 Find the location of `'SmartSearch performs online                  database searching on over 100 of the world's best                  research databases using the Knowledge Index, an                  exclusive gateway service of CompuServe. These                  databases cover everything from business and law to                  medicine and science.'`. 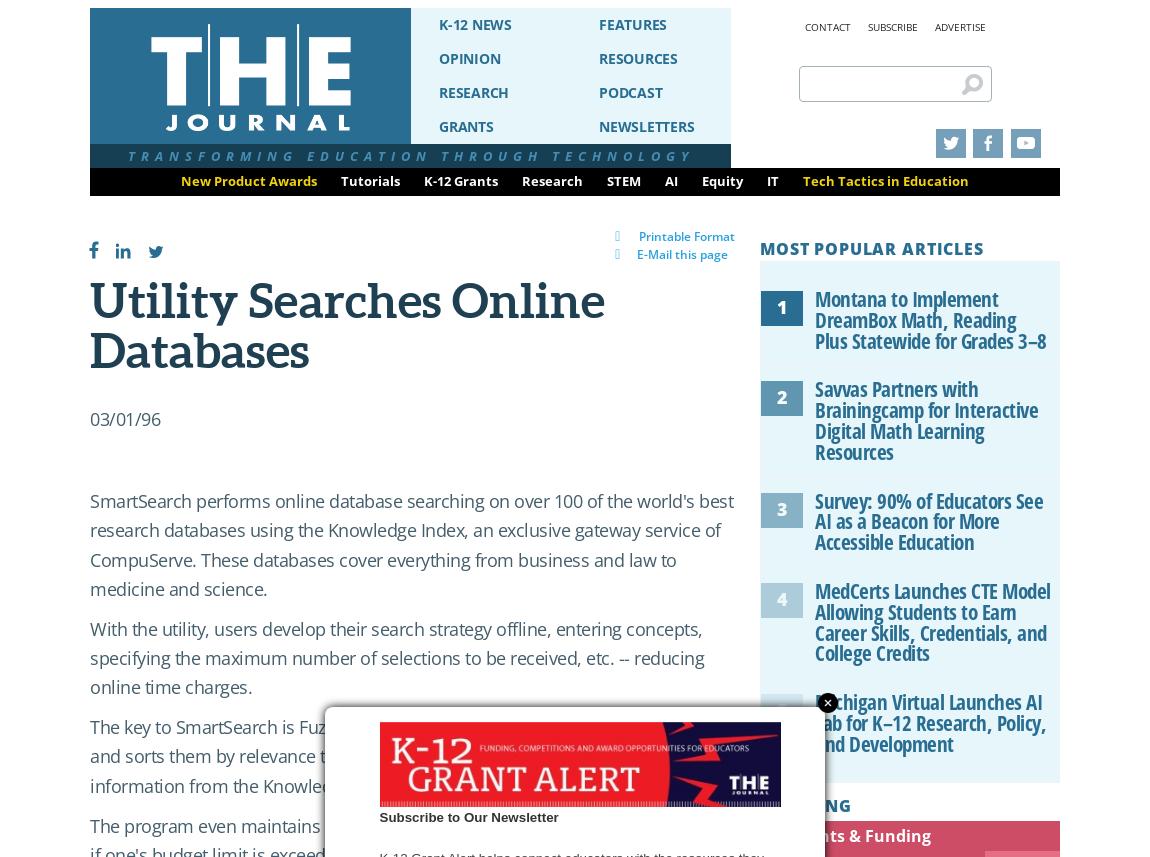

'SmartSearch performs online                  database searching on over 100 of the world's best                  research databases using the Knowledge Index, an                  exclusive gateway service of CompuServe. These                  databases cover everything from business and law to                  medicine and science.' is located at coordinates (411, 543).